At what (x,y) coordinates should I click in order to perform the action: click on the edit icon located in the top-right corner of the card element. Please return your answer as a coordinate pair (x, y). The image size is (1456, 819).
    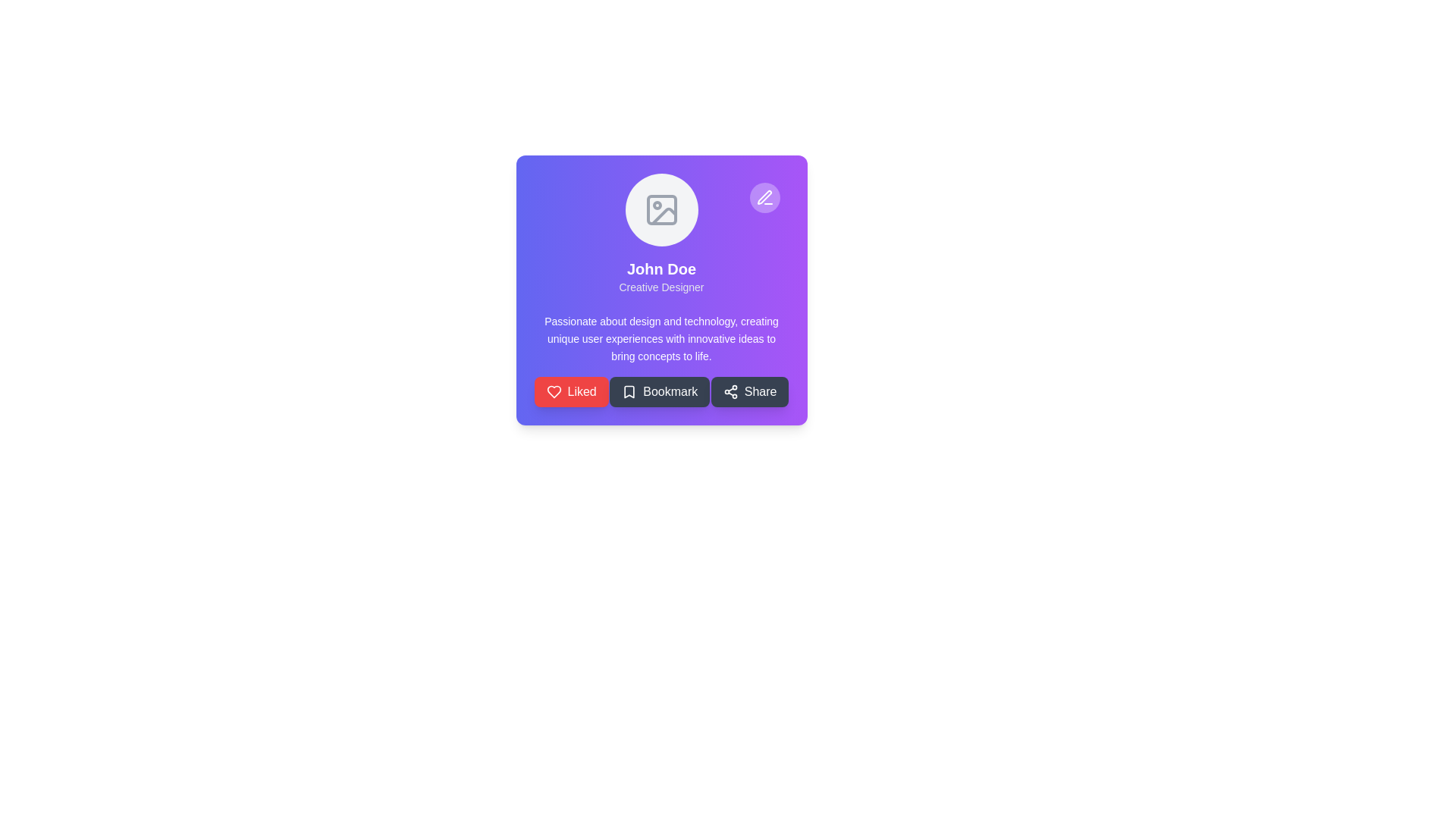
    Looking at the image, I should click on (764, 197).